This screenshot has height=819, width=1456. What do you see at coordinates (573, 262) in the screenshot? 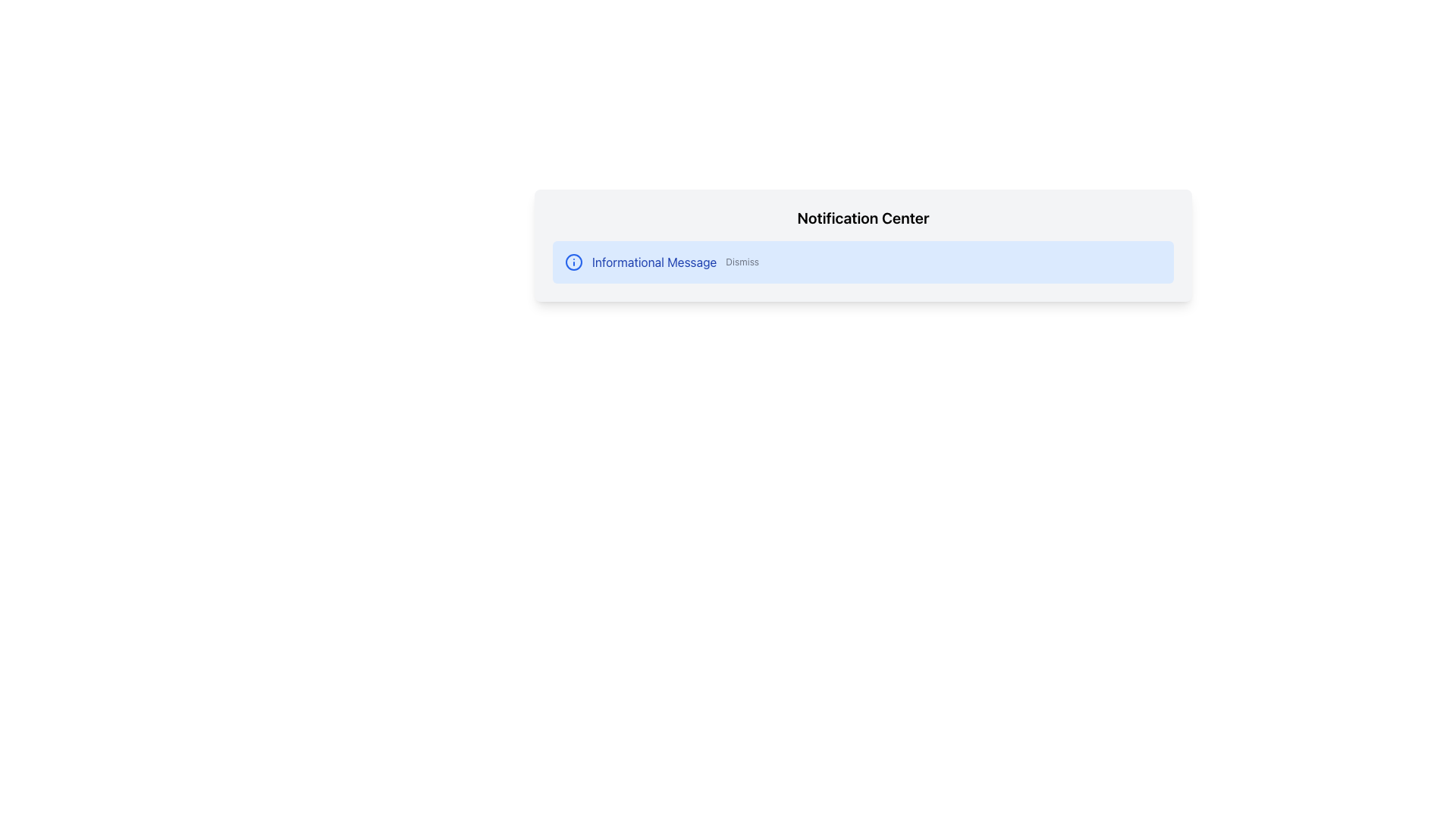
I see `the informational notification icon located at the beginning of the message box, positioned to the left of the text 'Informational Message' and 'Dismiss'` at bounding box center [573, 262].